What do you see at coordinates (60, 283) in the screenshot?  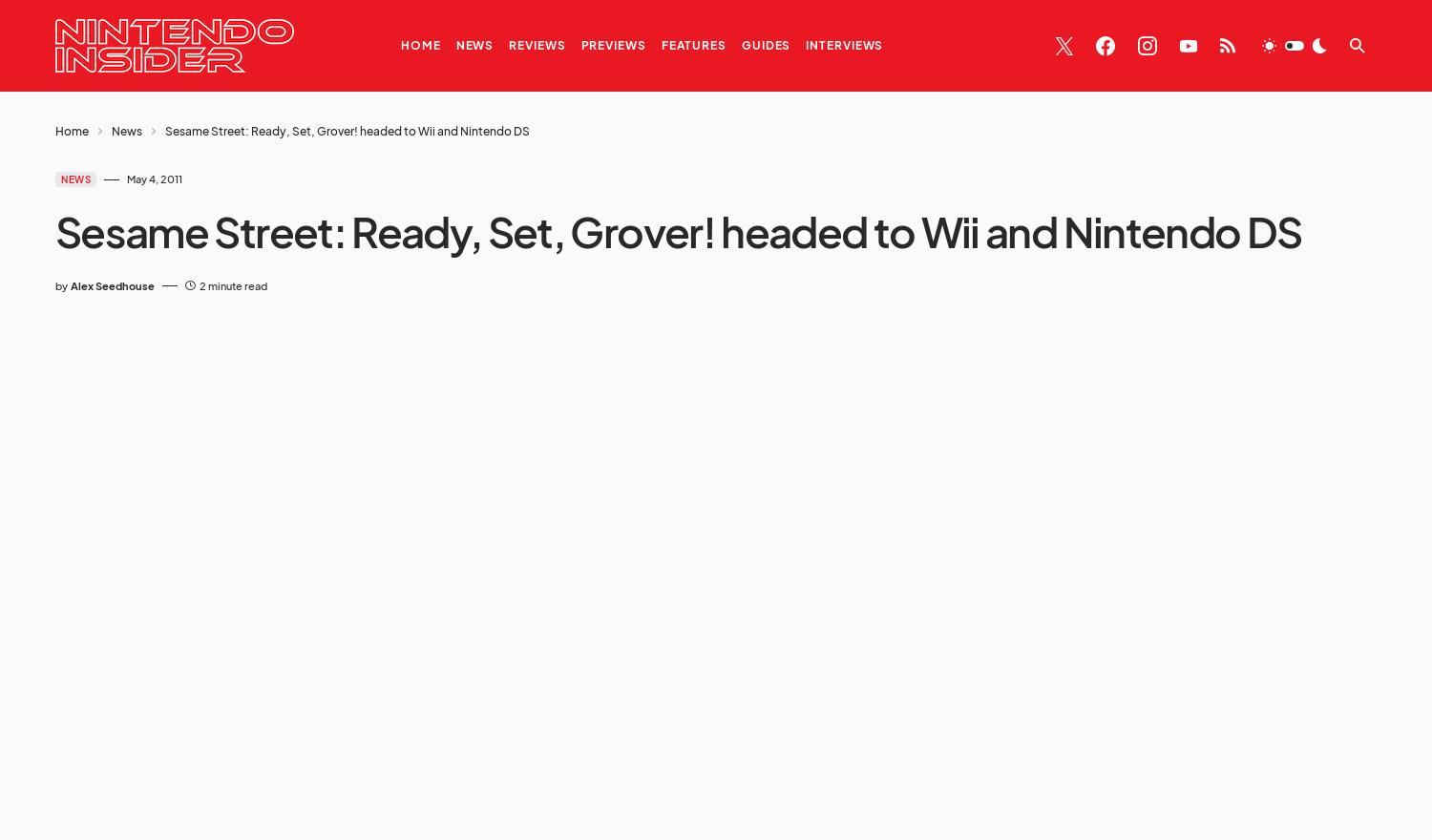 I see `'by'` at bounding box center [60, 283].